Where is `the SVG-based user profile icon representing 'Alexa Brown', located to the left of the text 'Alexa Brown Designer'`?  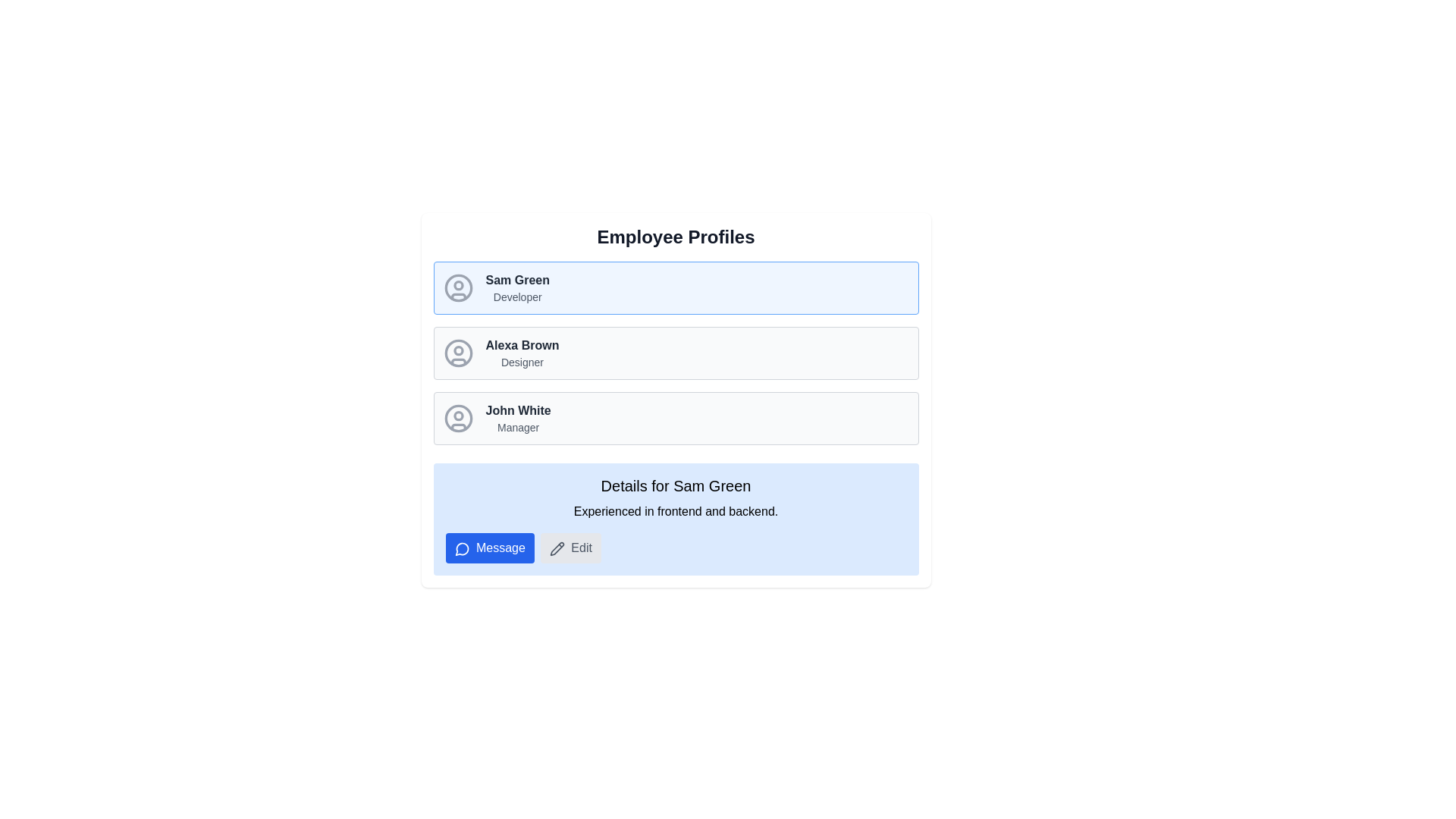 the SVG-based user profile icon representing 'Alexa Brown', located to the left of the text 'Alexa Brown Designer' is located at coordinates (457, 353).